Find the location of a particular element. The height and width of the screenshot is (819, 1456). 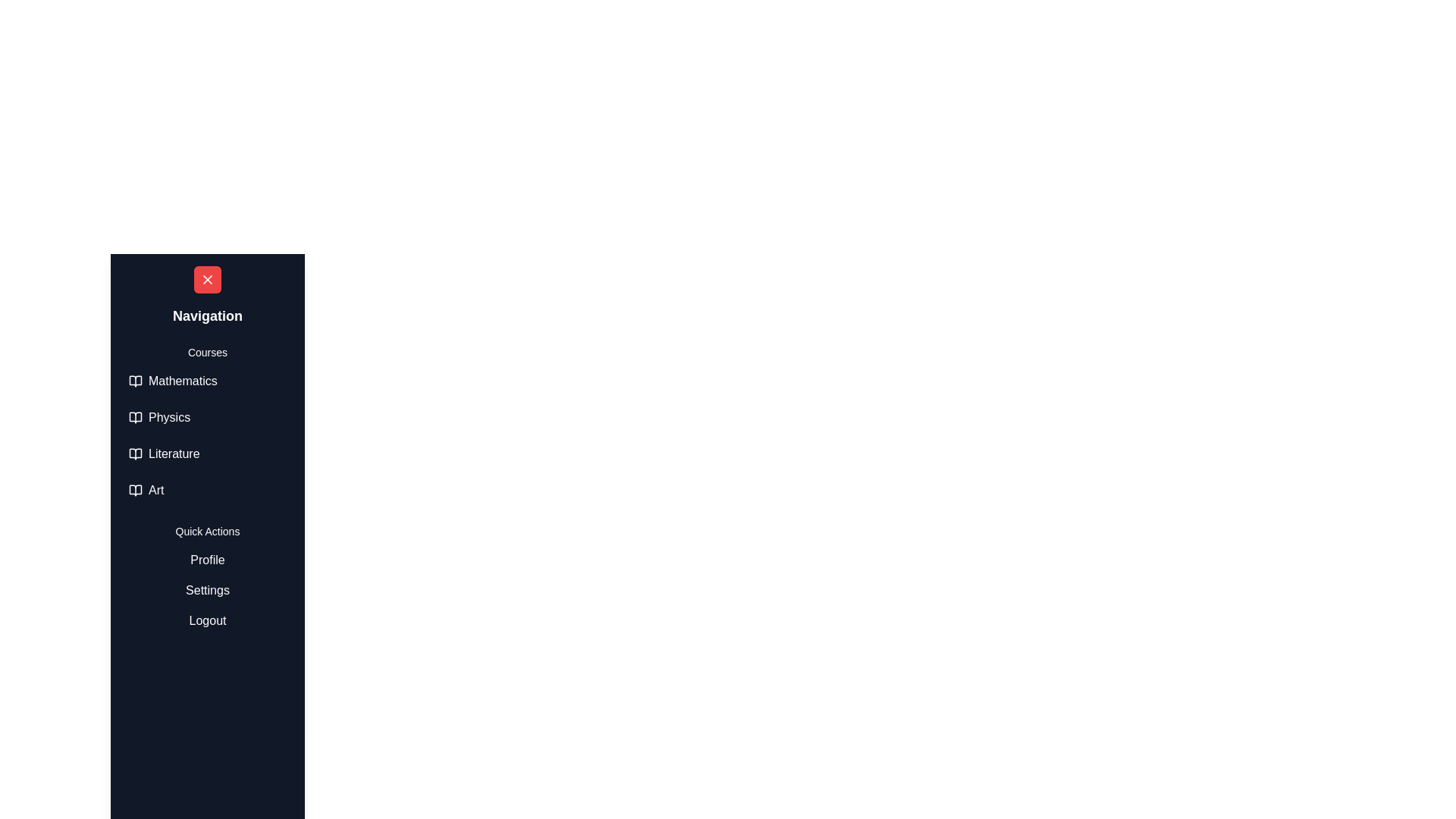

the 'Physics' navigation item in the sidebar is located at coordinates (206, 418).